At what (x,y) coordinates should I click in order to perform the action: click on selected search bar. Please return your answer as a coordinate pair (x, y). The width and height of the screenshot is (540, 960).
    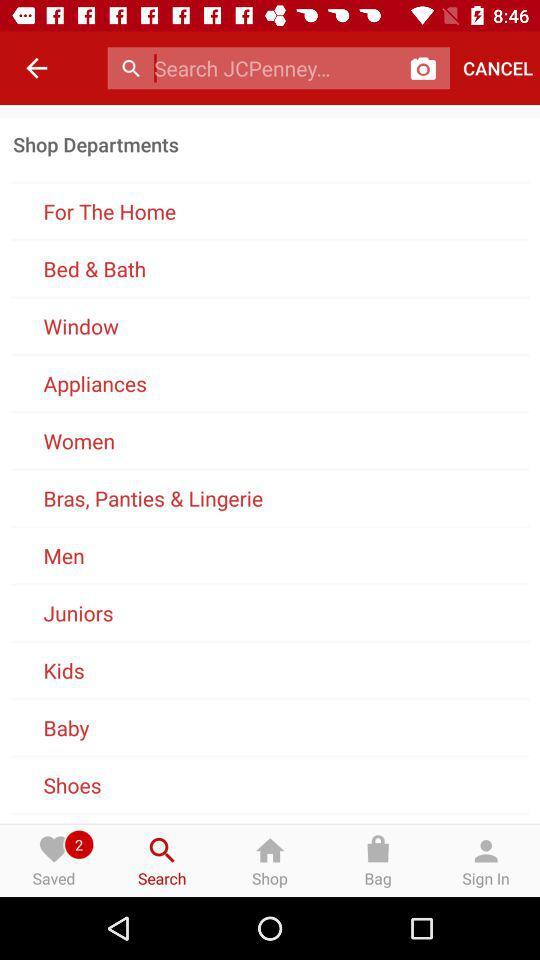
    Looking at the image, I should click on (274, 68).